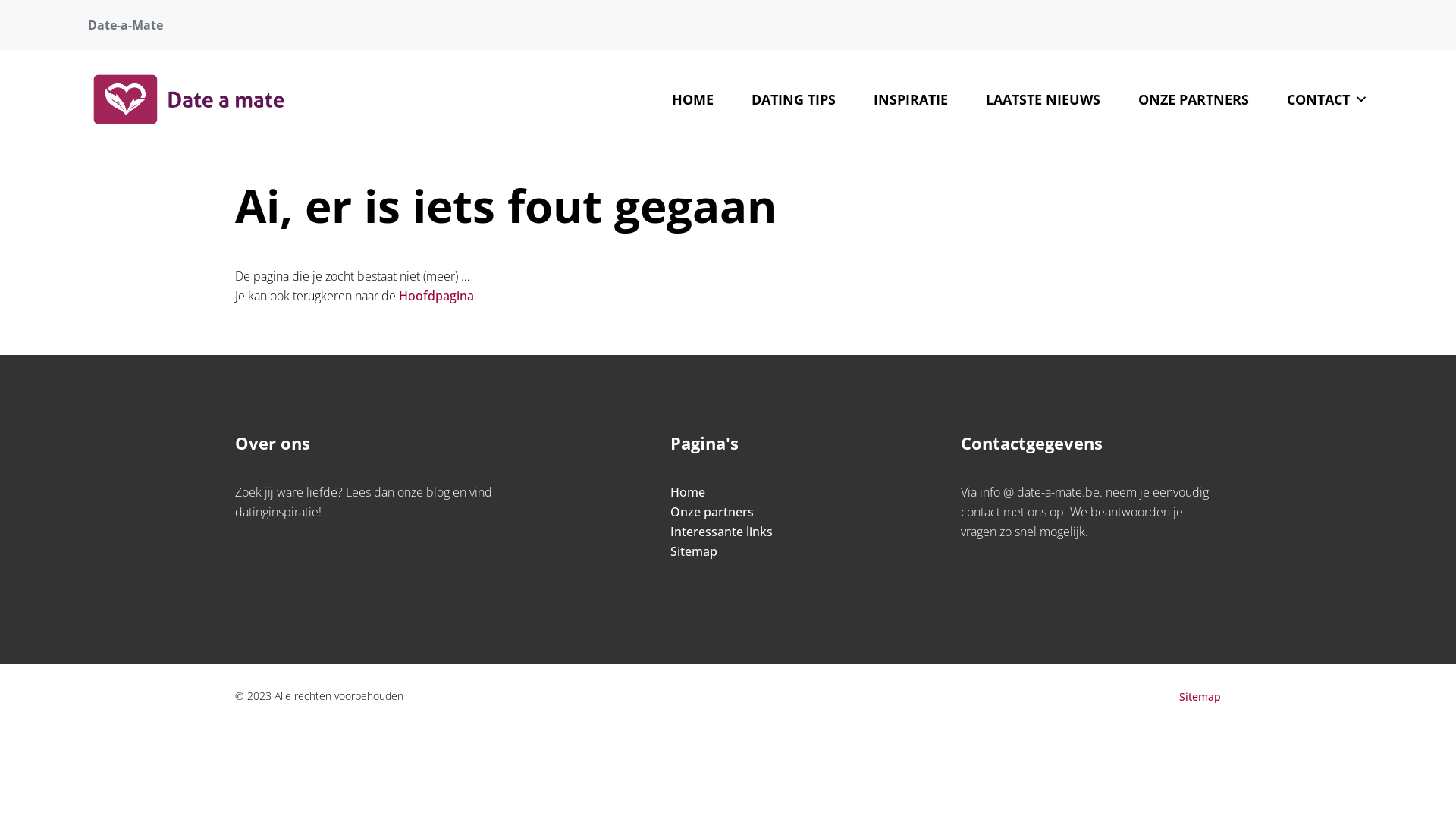 This screenshot has width=1456, height=819. I want to click on 'CONTACT', so click(1267, 99).